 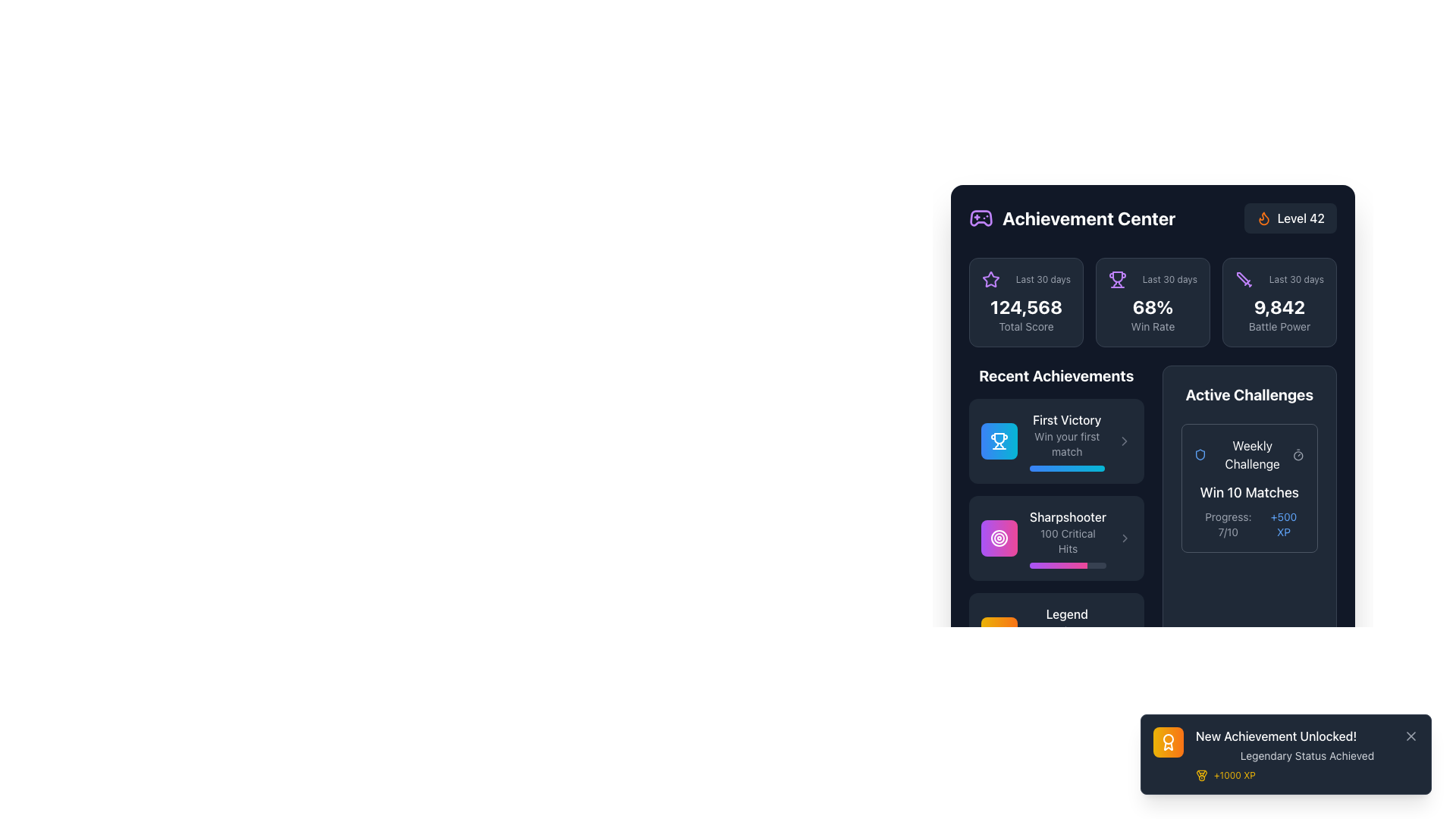 I want to click on the 'Sharpshooter' achievement card, which is the second card in the 'Recent Achievements' section, so click(x=1056, y=537).